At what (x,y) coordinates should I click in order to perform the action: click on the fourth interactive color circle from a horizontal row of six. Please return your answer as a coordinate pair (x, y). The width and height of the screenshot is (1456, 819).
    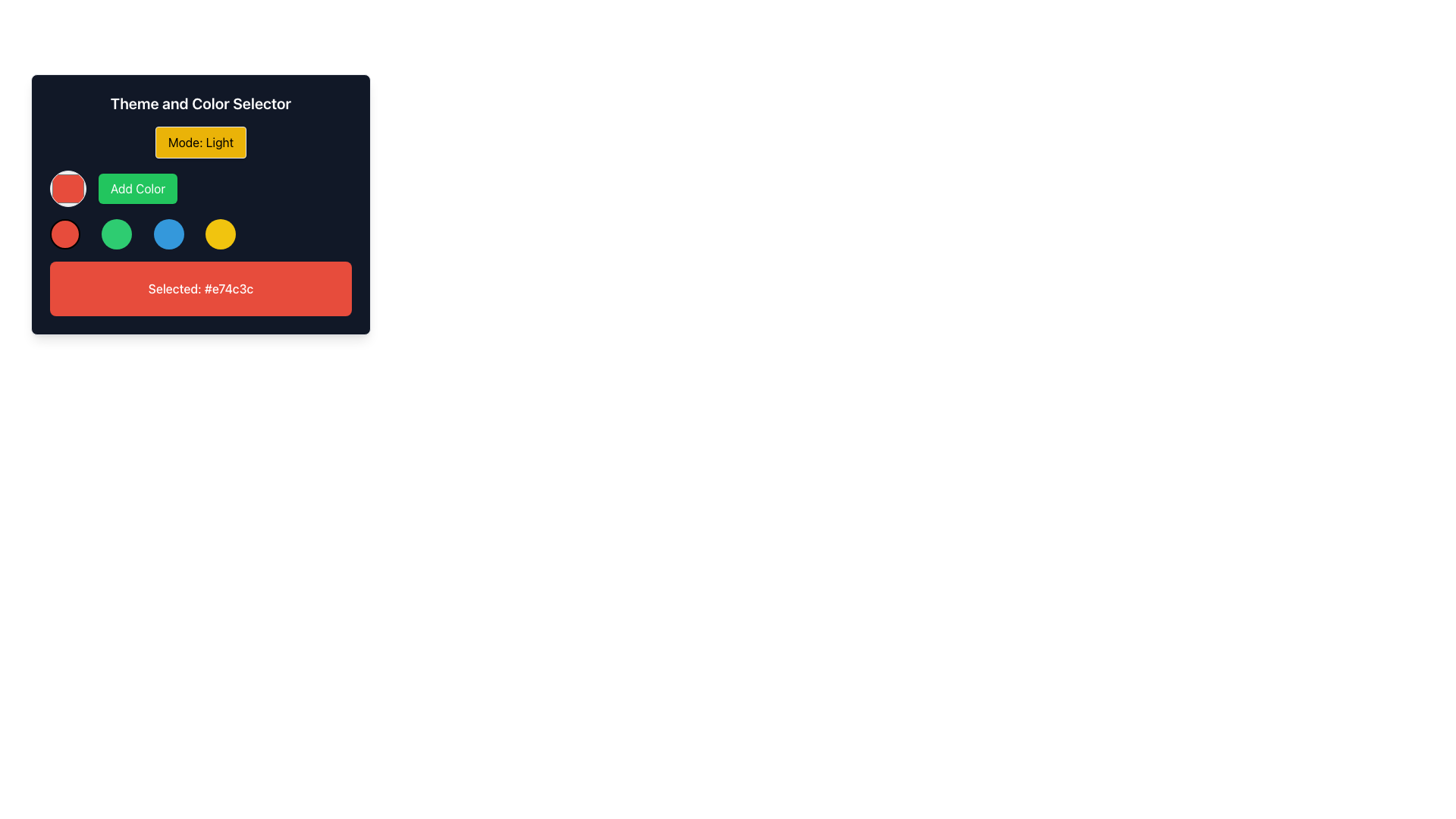
    Looking at the image, I should click on (220, 234).